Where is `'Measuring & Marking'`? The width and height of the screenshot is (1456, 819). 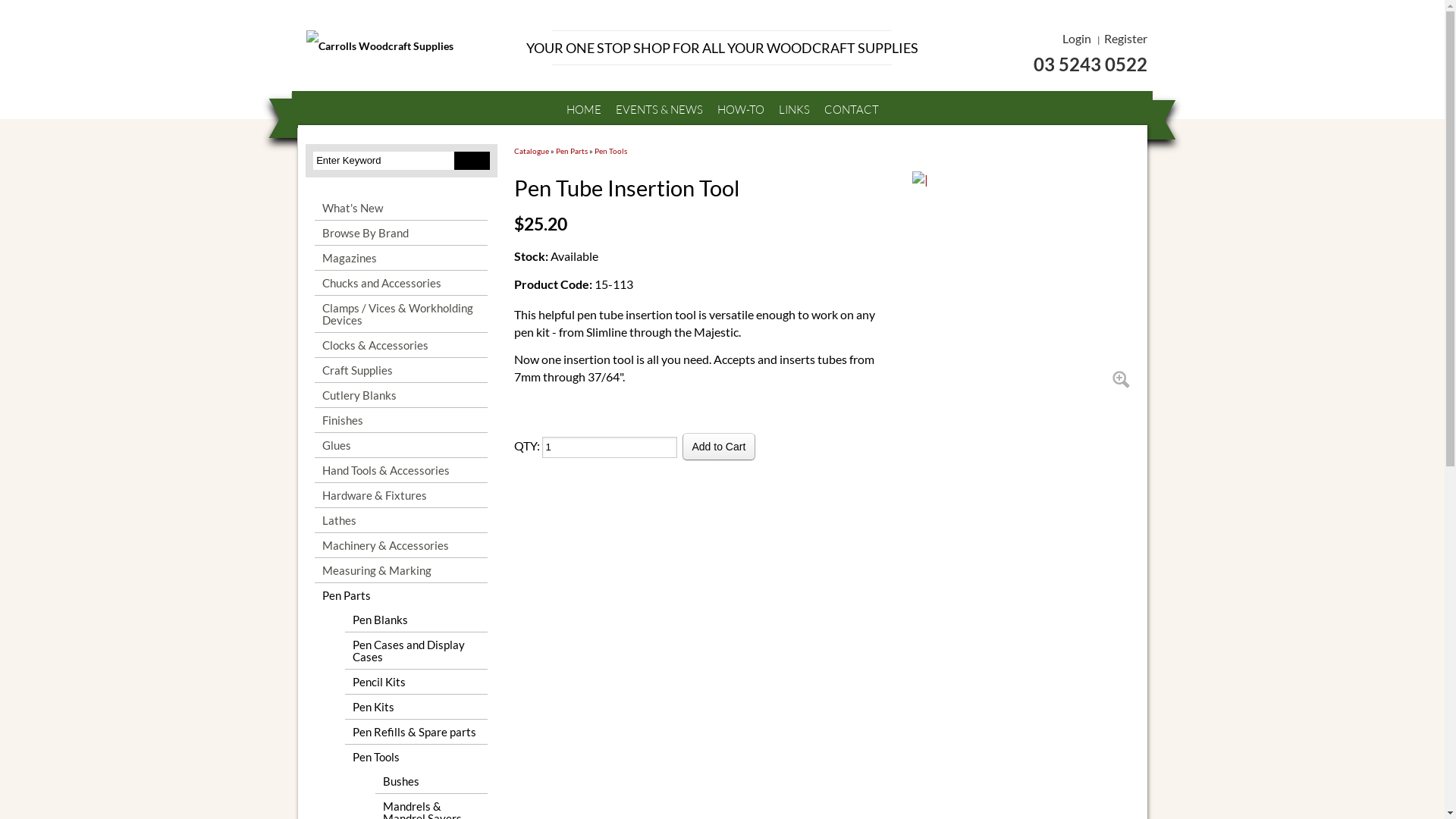 'Measuring & Marking' is located at coordinates (313, 570).